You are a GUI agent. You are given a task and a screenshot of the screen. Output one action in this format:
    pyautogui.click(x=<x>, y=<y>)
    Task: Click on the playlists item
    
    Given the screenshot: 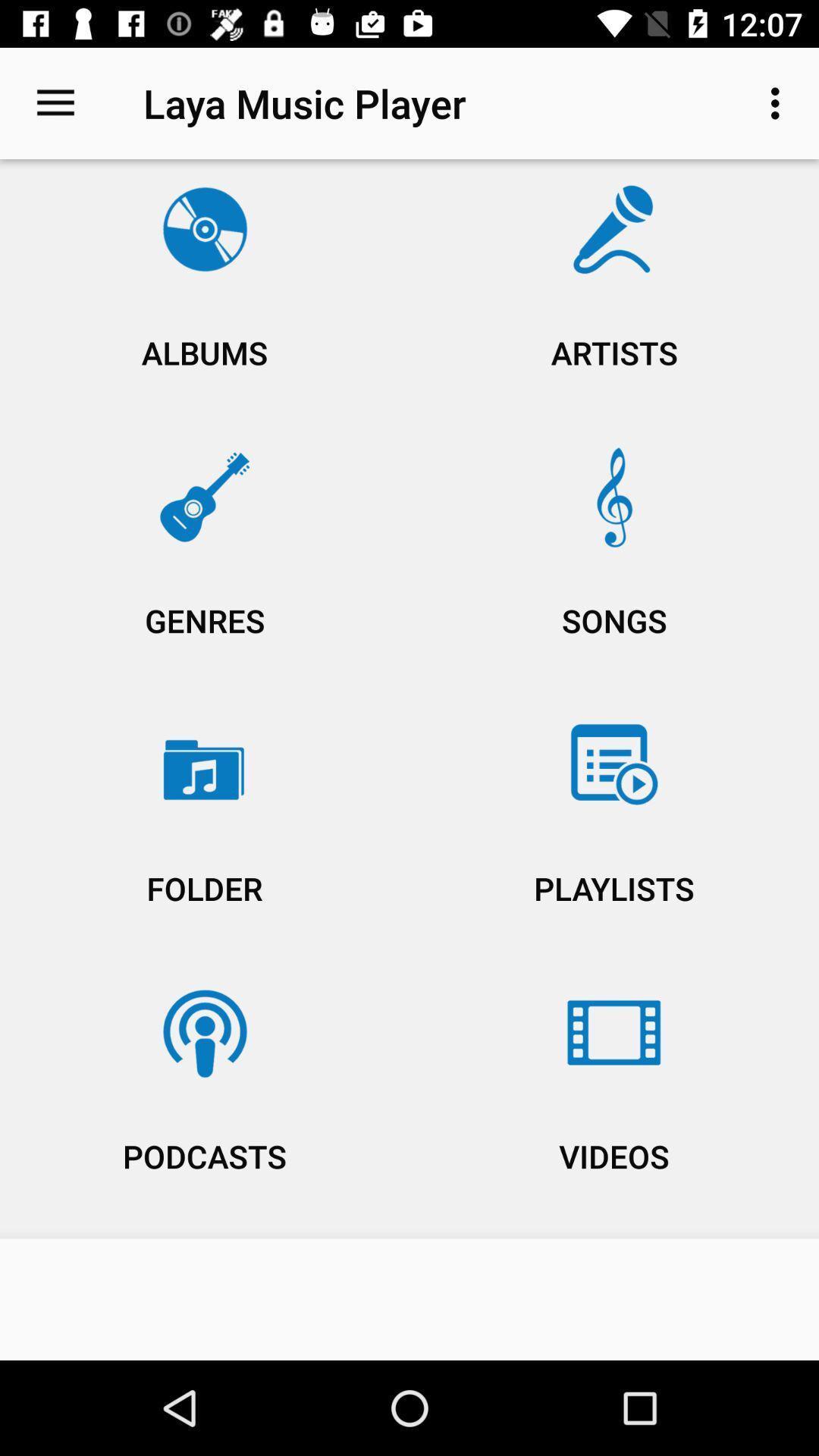 What is the action you would take?
    pyautogui.click(x=614, y=832)
    